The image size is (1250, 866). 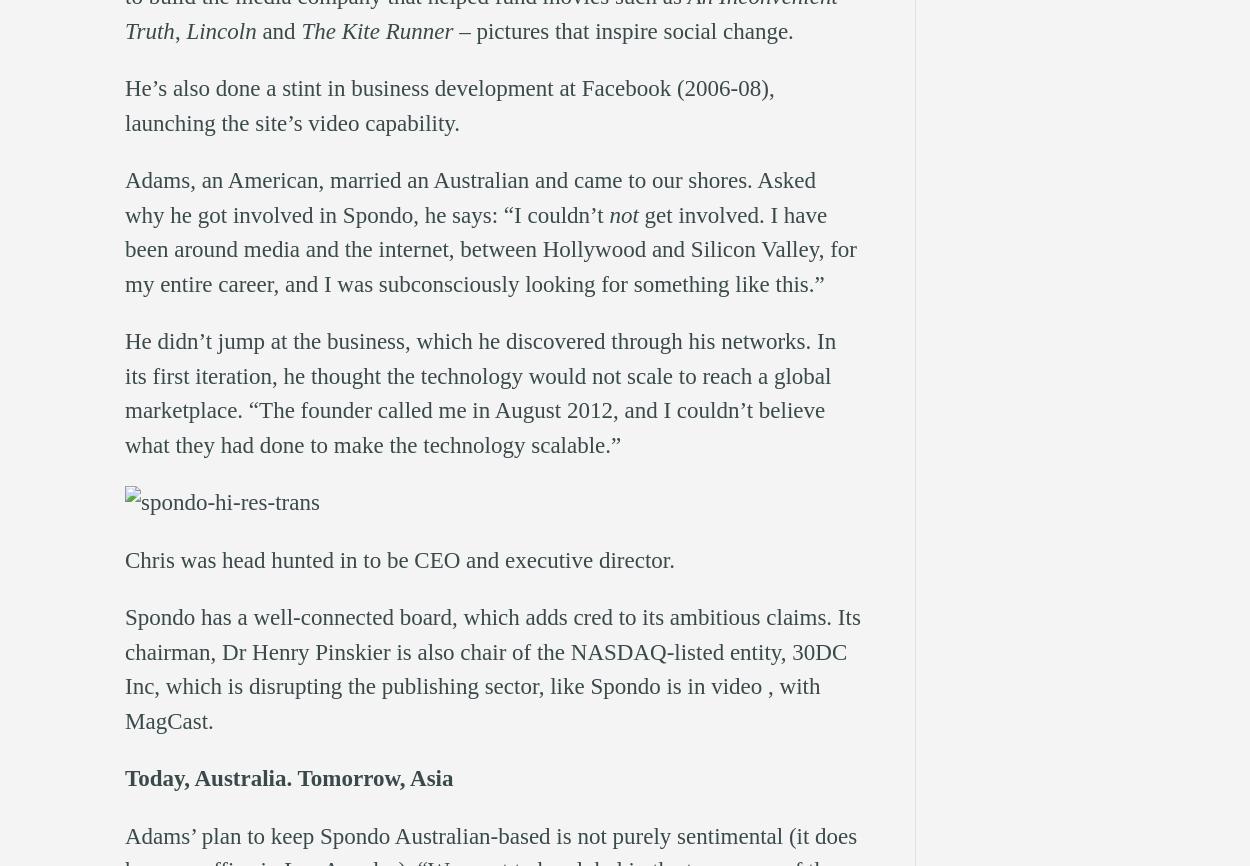 I want to click on 'The Kite Runner', so click(x=377, y=30).